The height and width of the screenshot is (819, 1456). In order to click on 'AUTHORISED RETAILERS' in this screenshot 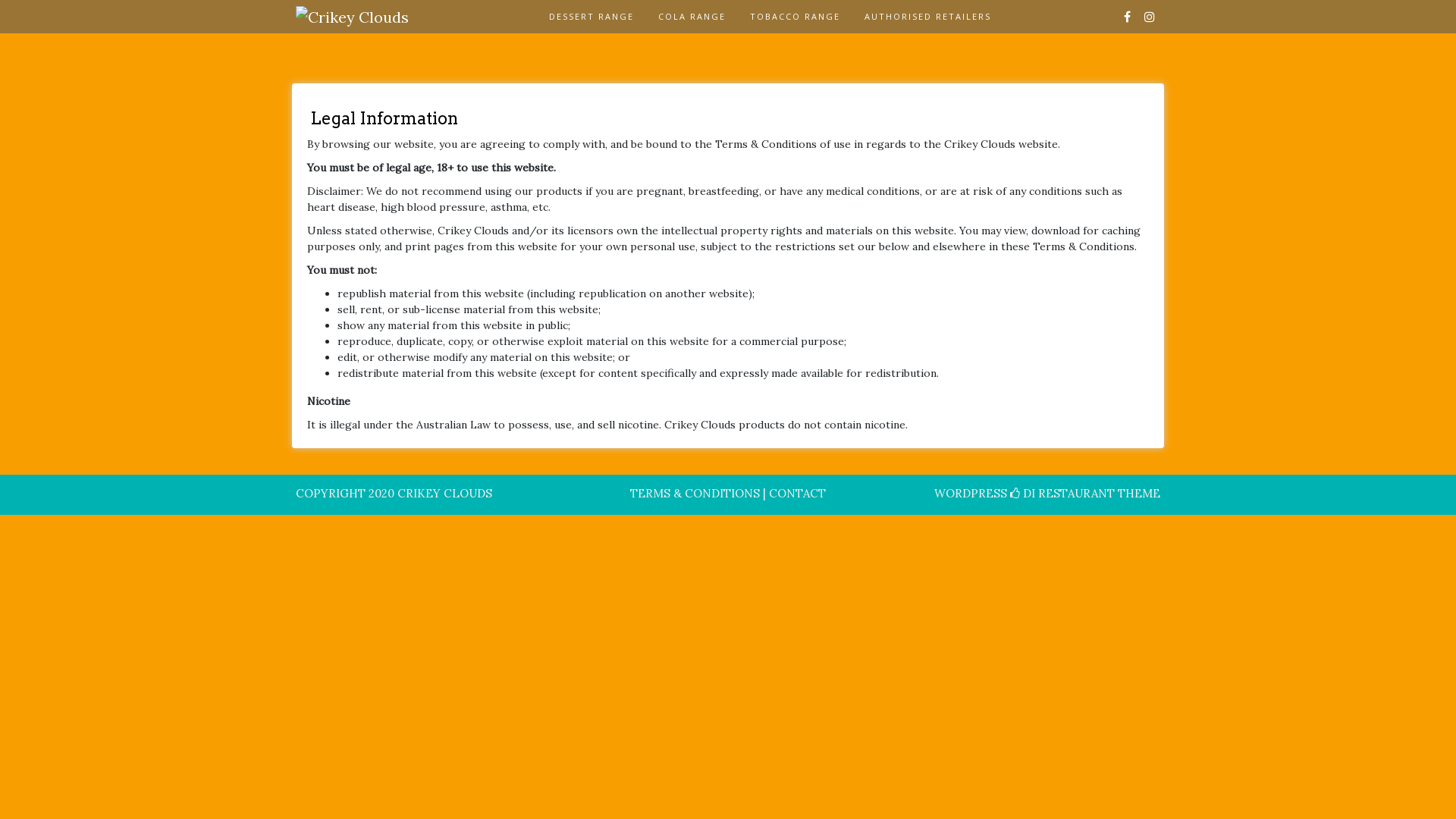, I will do `click(927, 17)`.